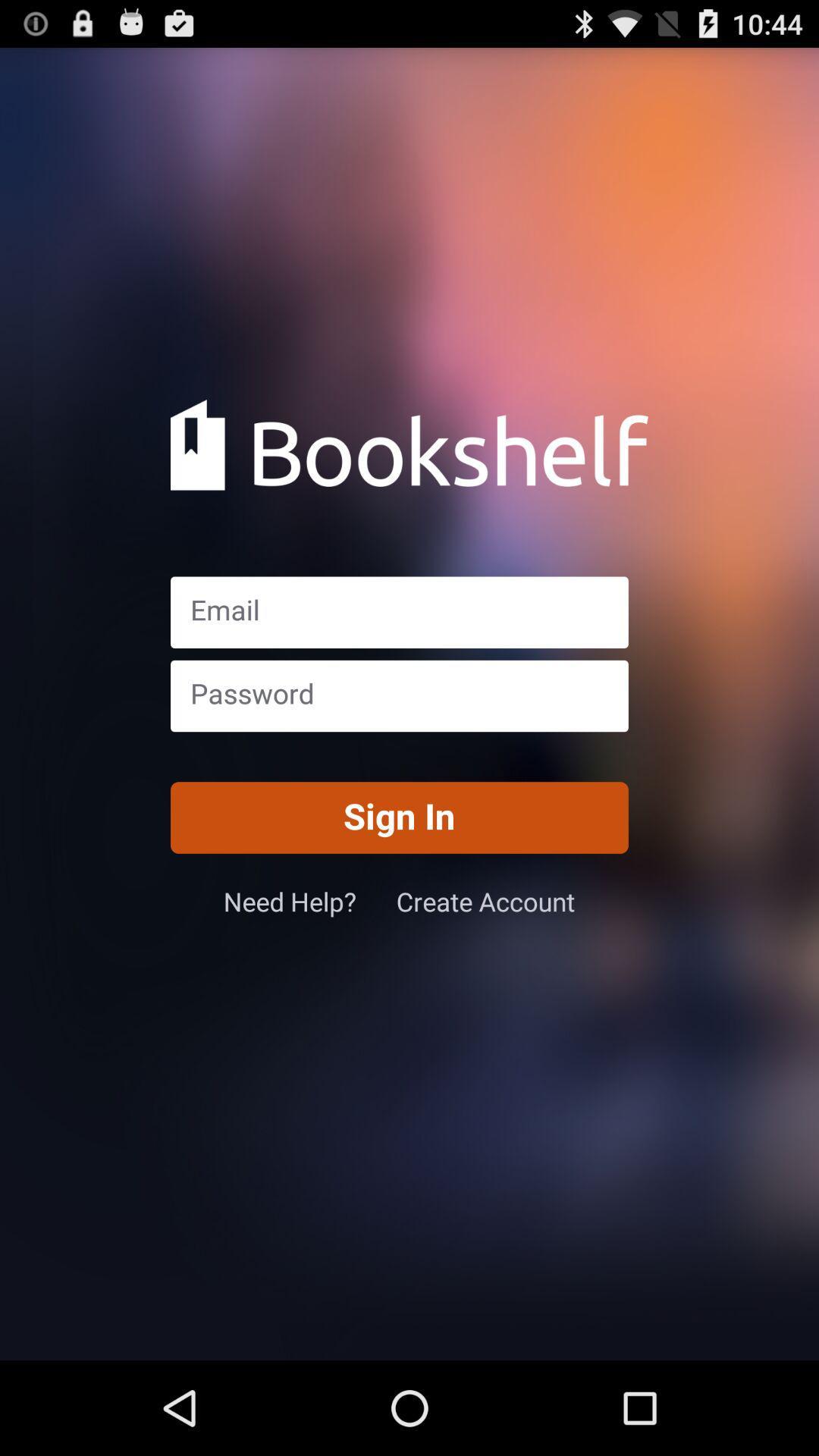 The height and width of the screenshot is (1456, 819). What do you see at coordinates (485, 901) in the screenshot?
I see `button below the sign in button` at bounding box center [485, 901].